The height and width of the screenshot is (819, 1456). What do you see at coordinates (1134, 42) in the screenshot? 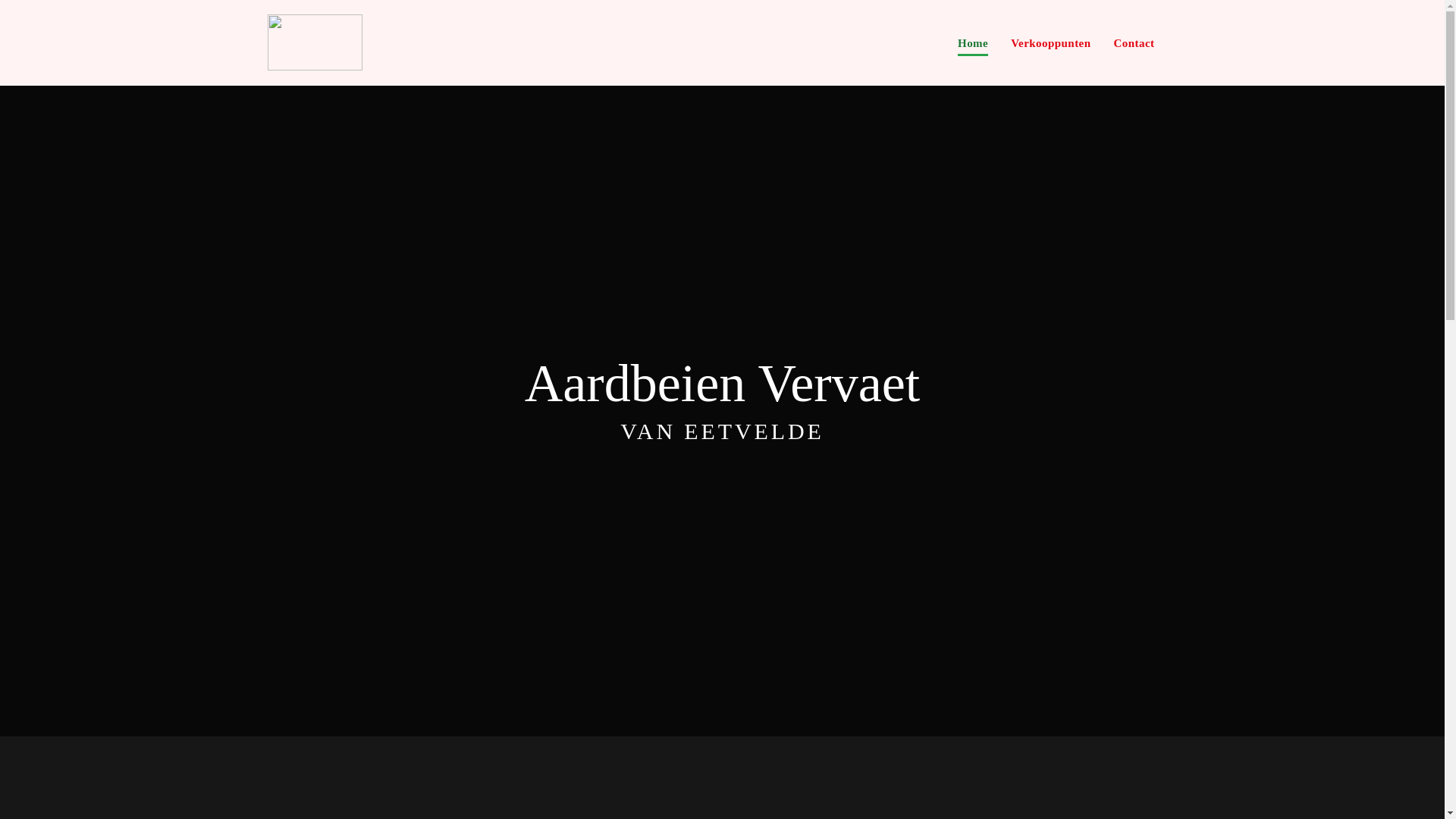
I see `'Contact'` at bounding box center [1134, 42].